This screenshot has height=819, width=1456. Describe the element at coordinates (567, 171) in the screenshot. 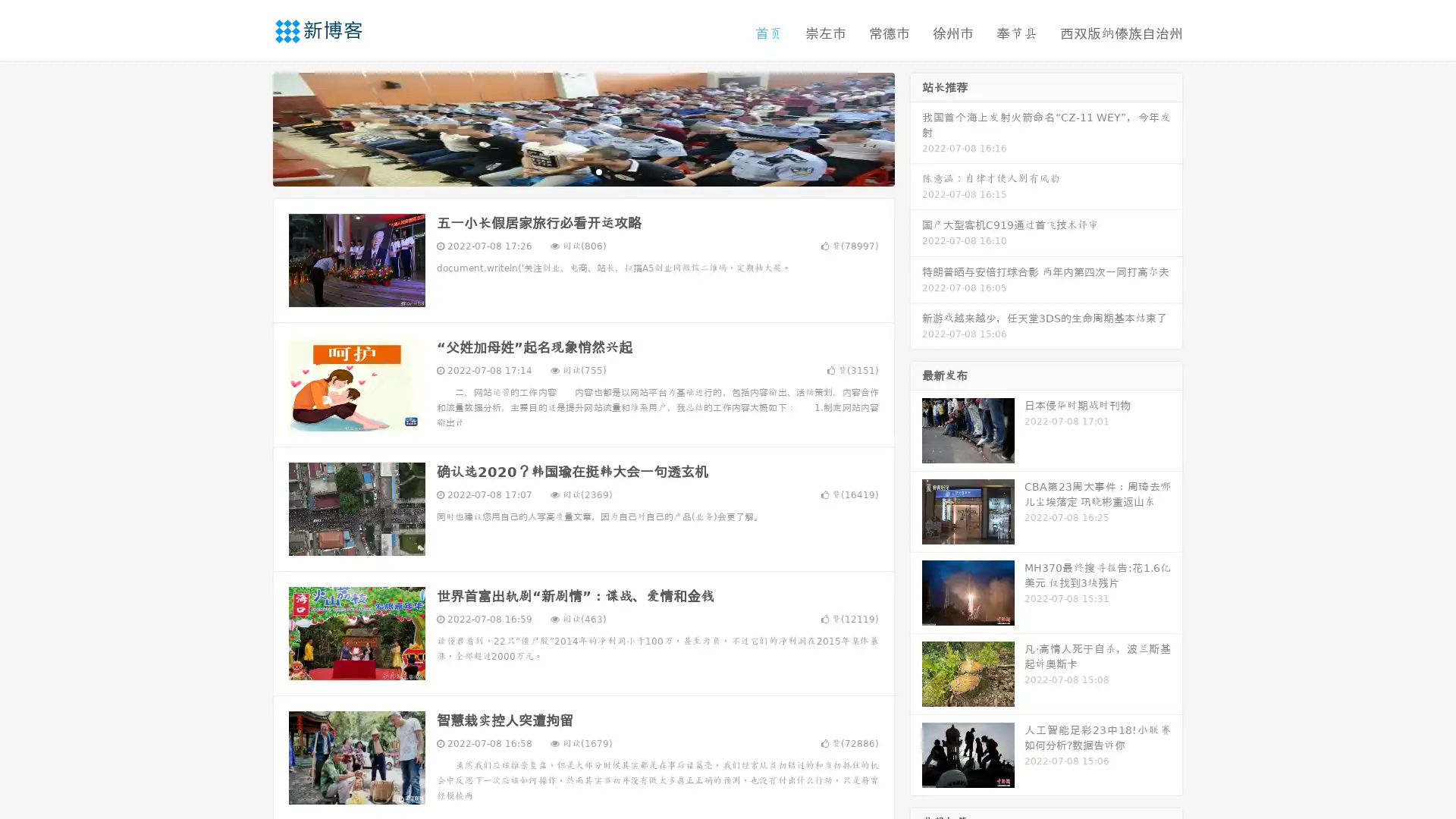

I see `Go to slide 1` at that location.